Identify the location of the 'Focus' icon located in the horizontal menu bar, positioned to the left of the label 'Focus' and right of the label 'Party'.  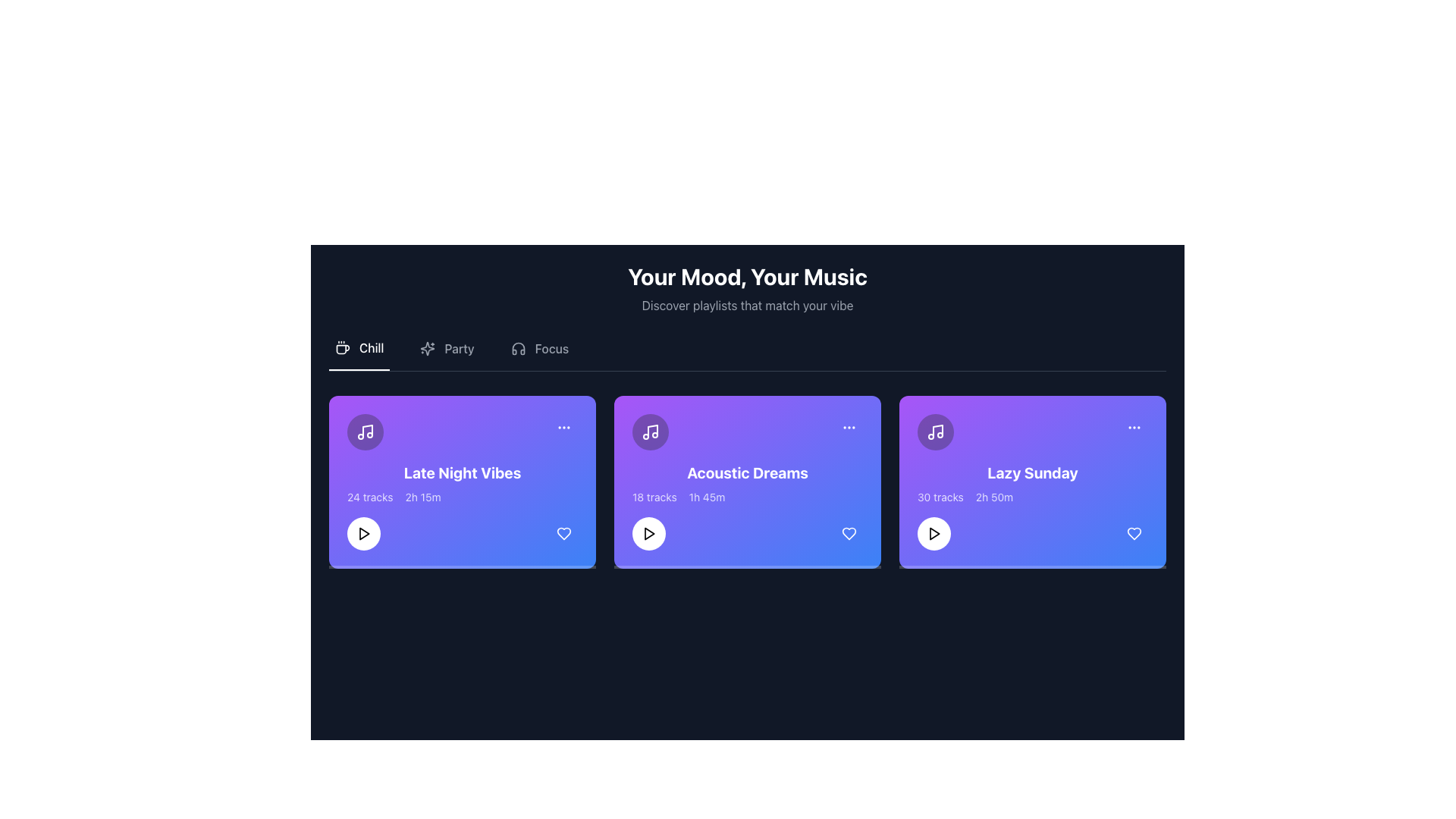
(518, 348).